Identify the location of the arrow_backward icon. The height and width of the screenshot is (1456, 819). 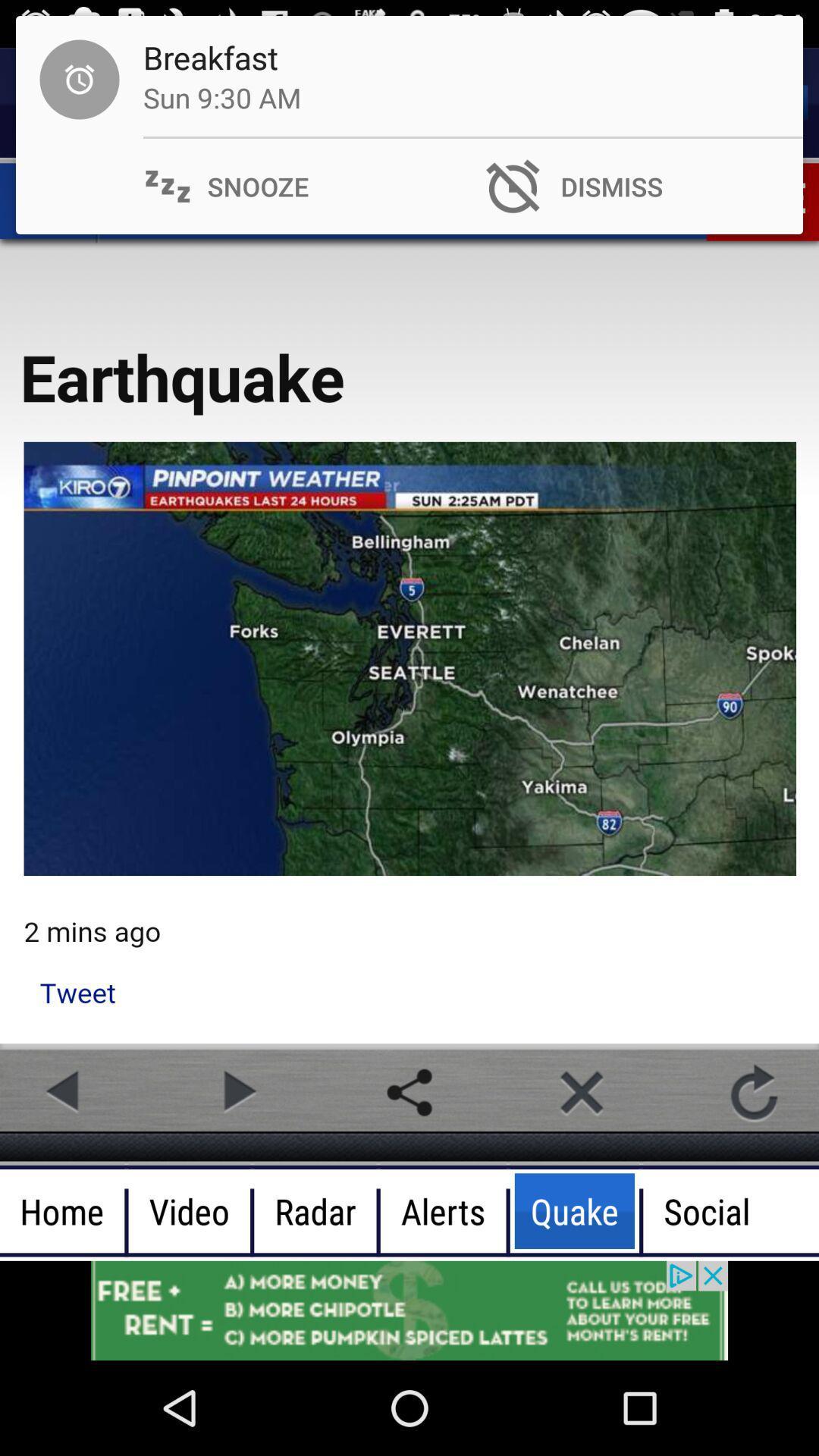
(64, 1092).